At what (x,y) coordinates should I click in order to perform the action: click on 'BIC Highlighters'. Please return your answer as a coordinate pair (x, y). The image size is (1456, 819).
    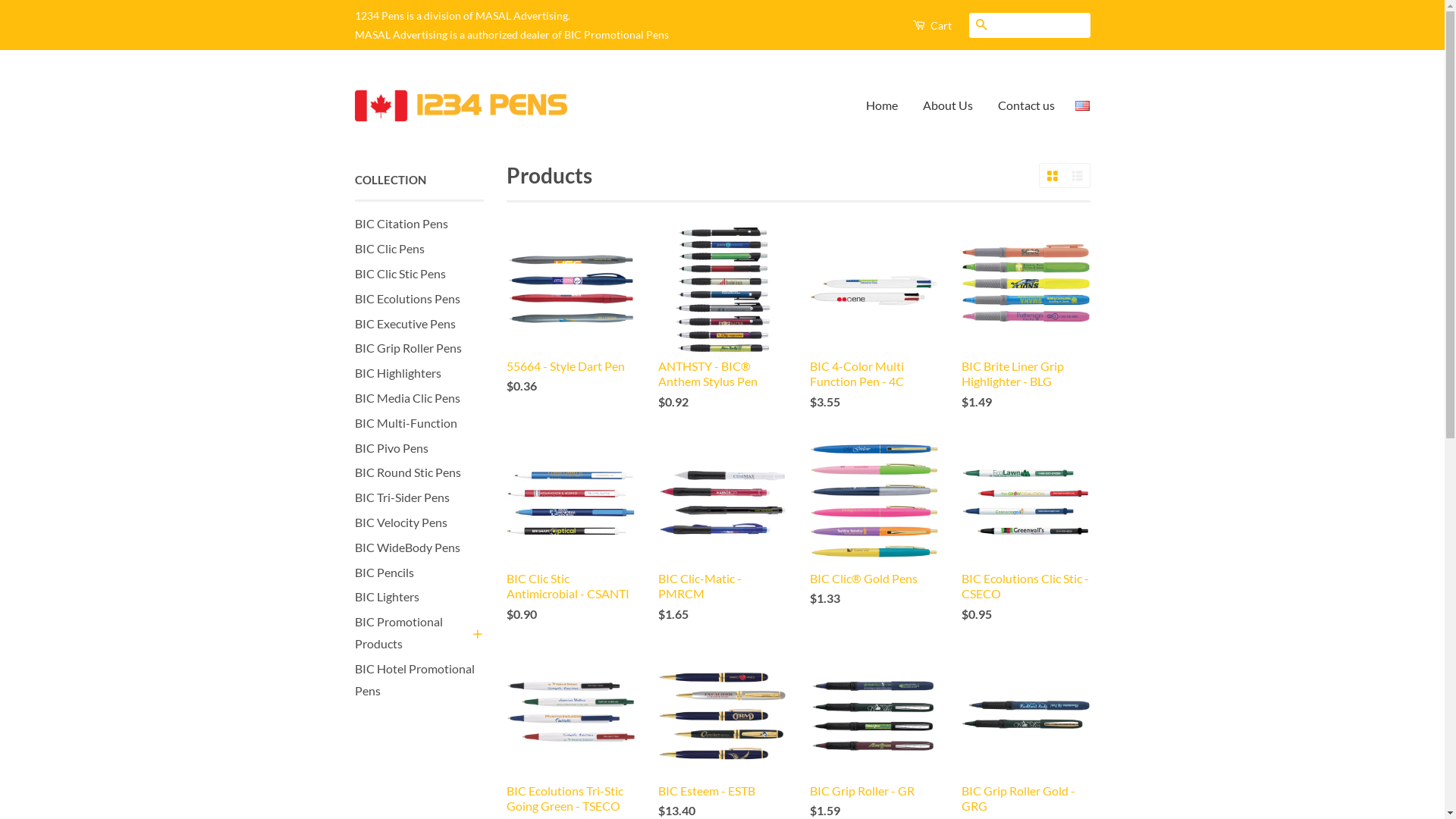
    Looking at the image, I should click on (353, 372).